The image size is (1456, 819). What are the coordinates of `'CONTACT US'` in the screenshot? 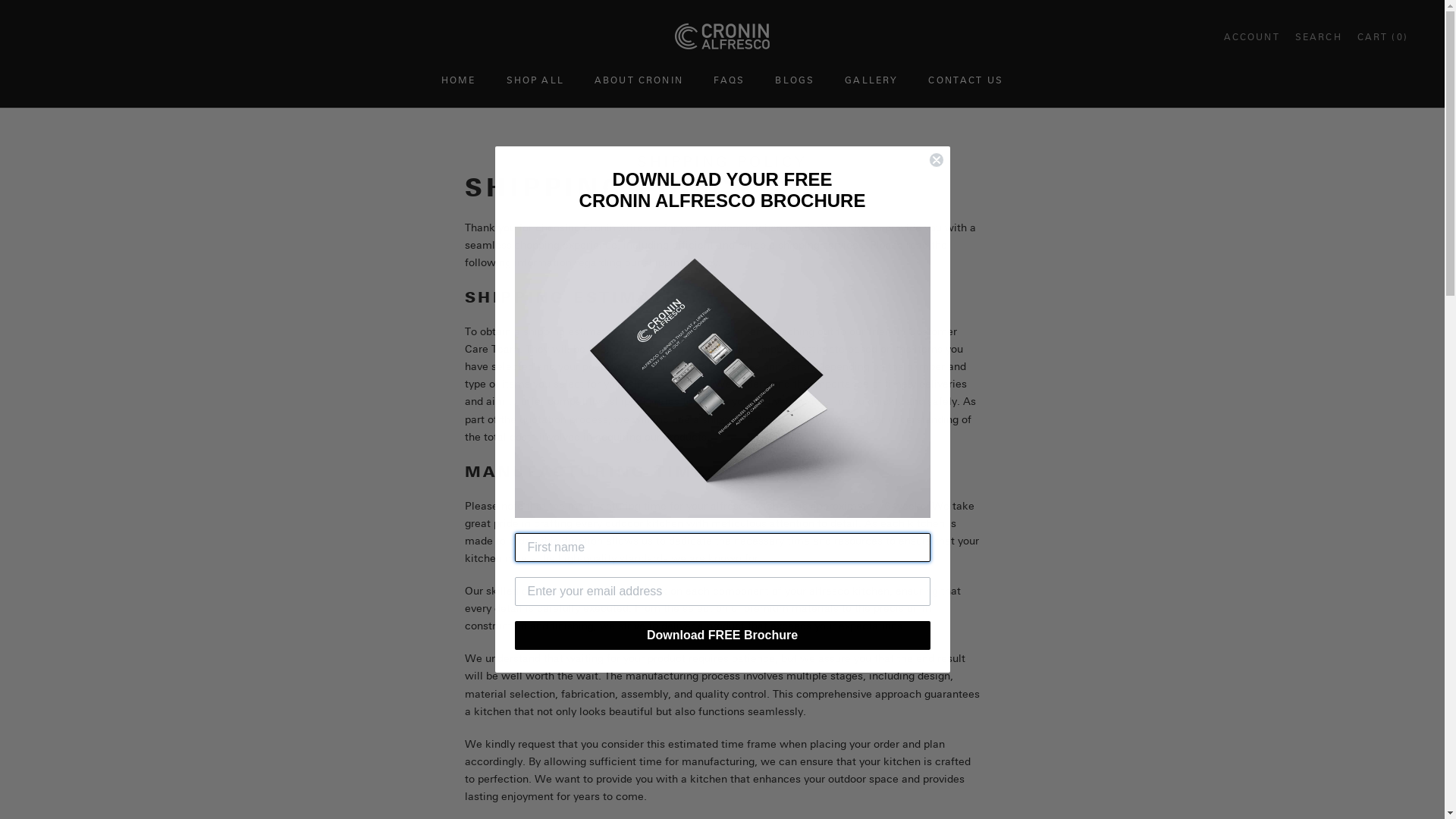 It's located at (965, 81).